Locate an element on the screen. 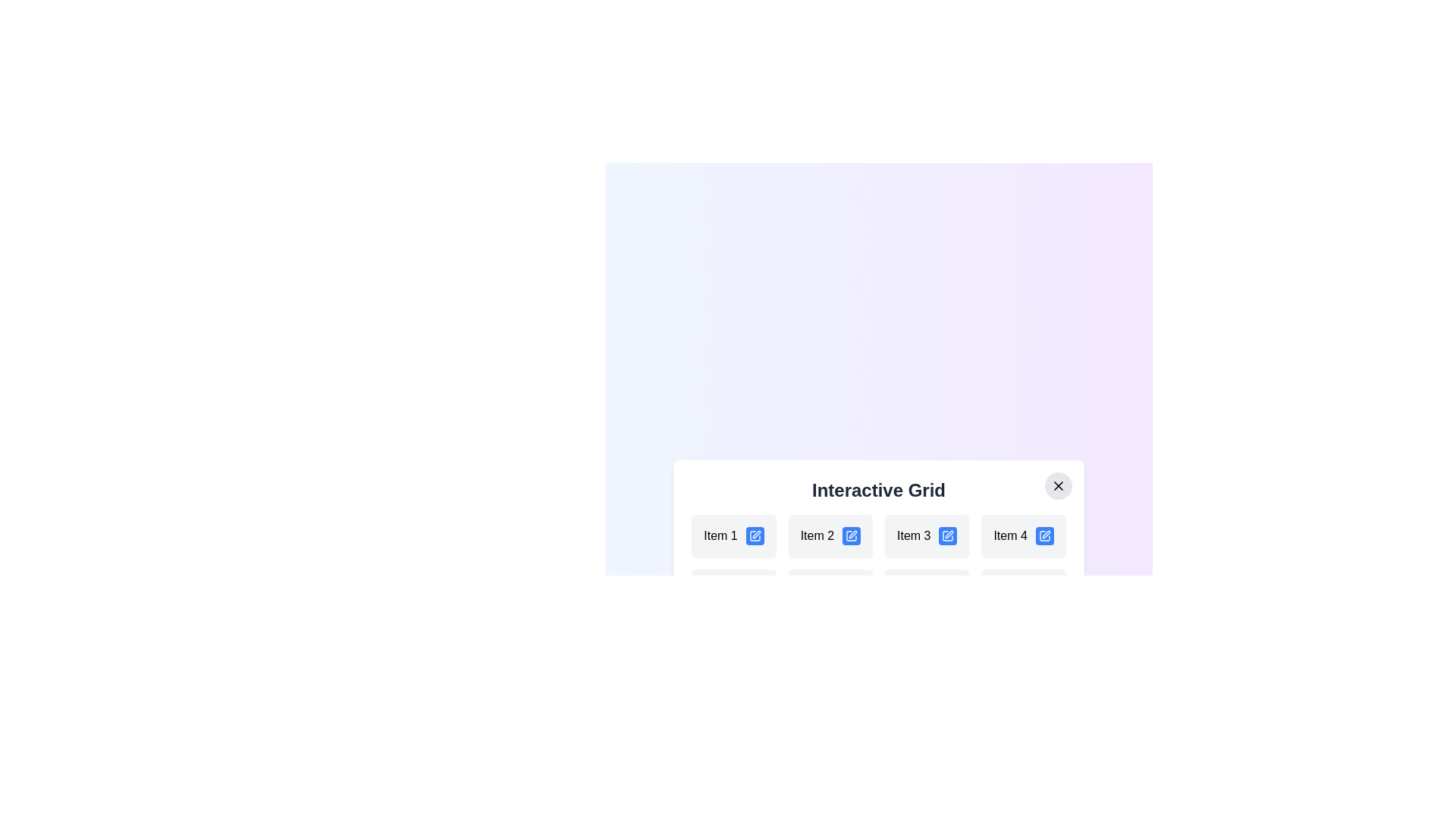 The height and width of the screenshot is (819, 1456). the close button to close the dialog is located at coordinates (1057, 485).